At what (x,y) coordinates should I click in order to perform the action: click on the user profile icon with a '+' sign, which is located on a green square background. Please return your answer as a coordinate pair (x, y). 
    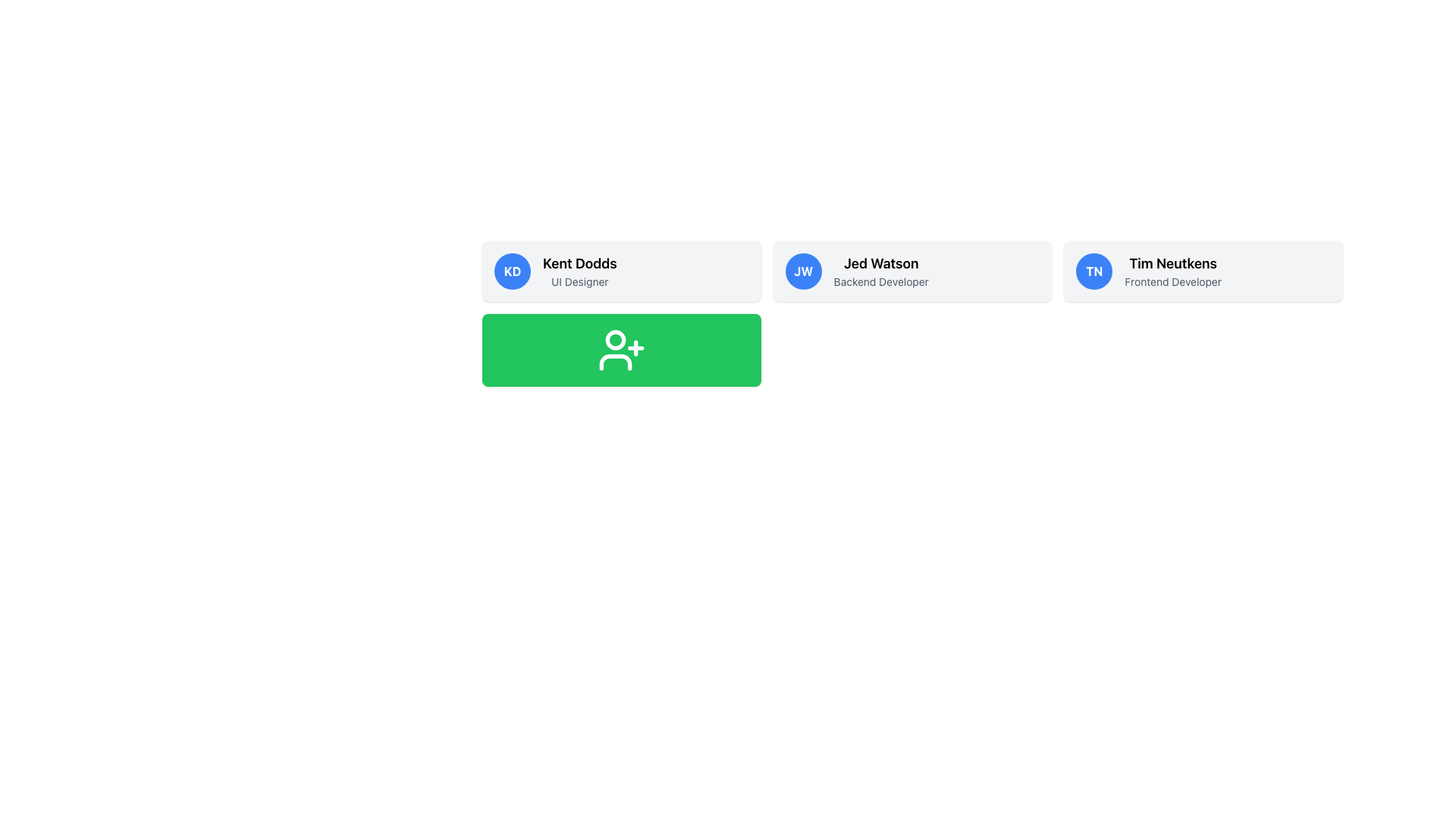
    Looking at the image, I should click on (621, 350).